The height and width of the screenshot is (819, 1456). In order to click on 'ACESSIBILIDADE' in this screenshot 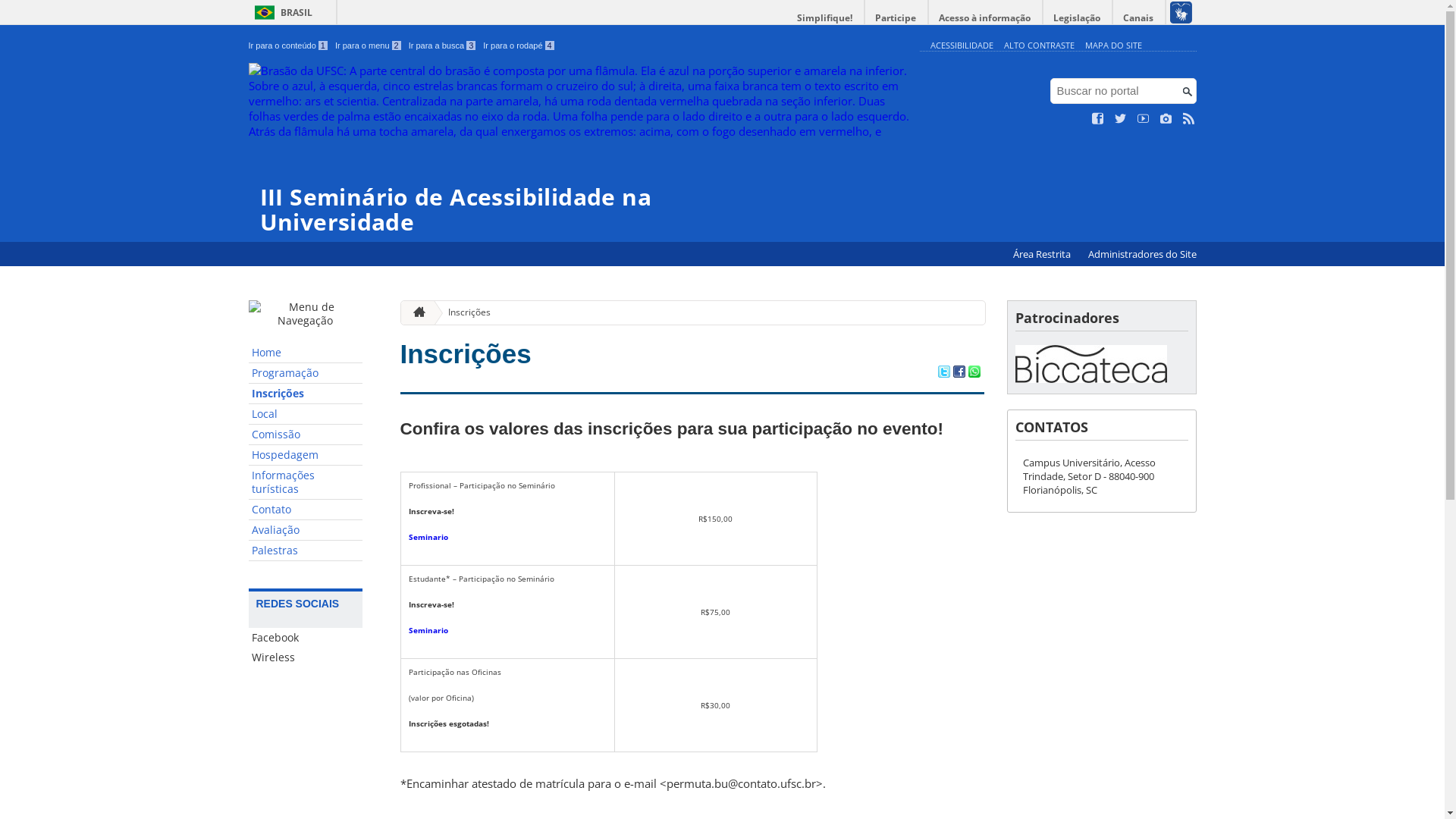, I will do `click(960, 44)`.